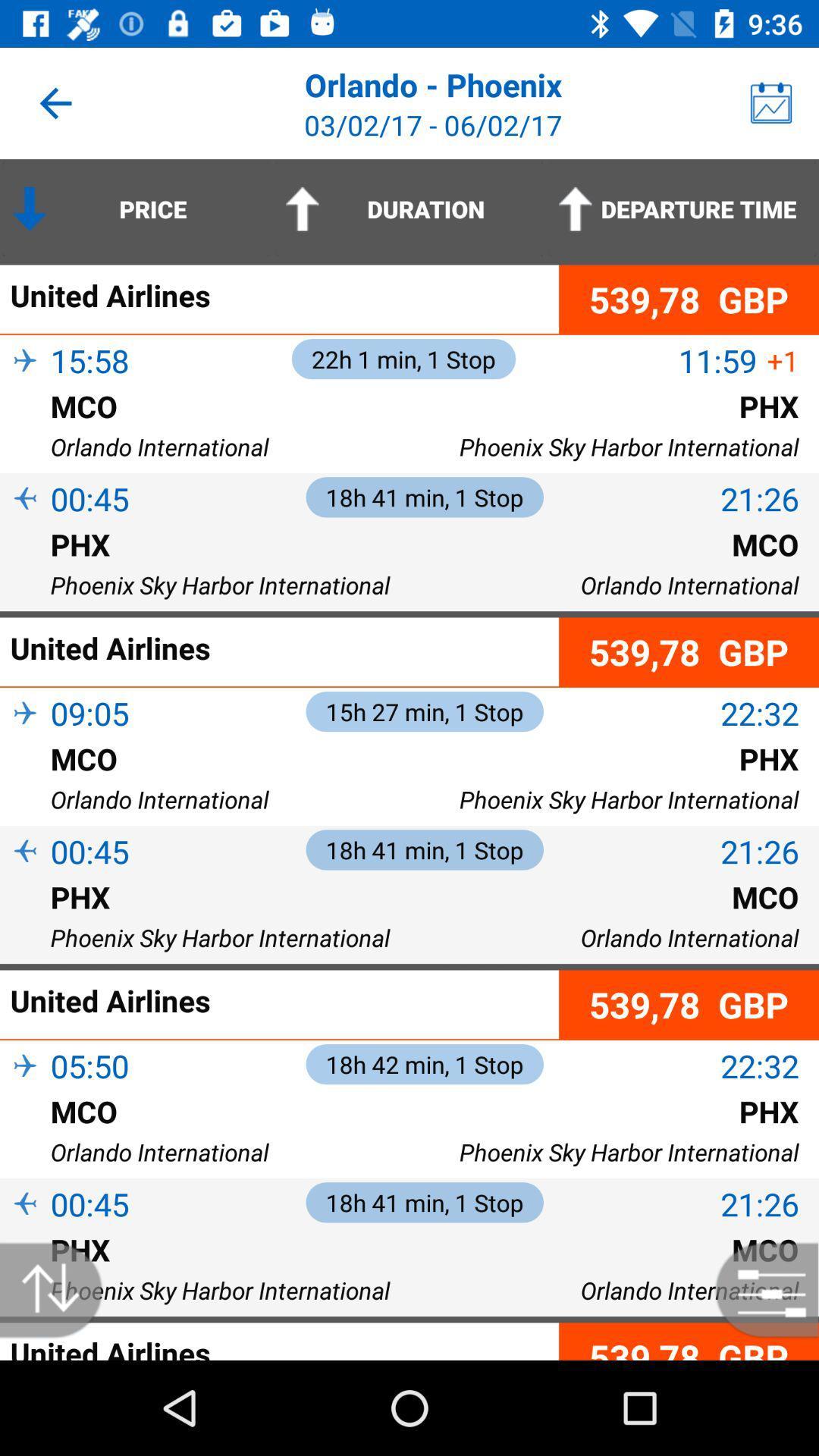 This screenshot has width=819, height=1456. Describe the element at coordinates (25, 783) in the screenshot. I see `item below the mco icon` at that location.